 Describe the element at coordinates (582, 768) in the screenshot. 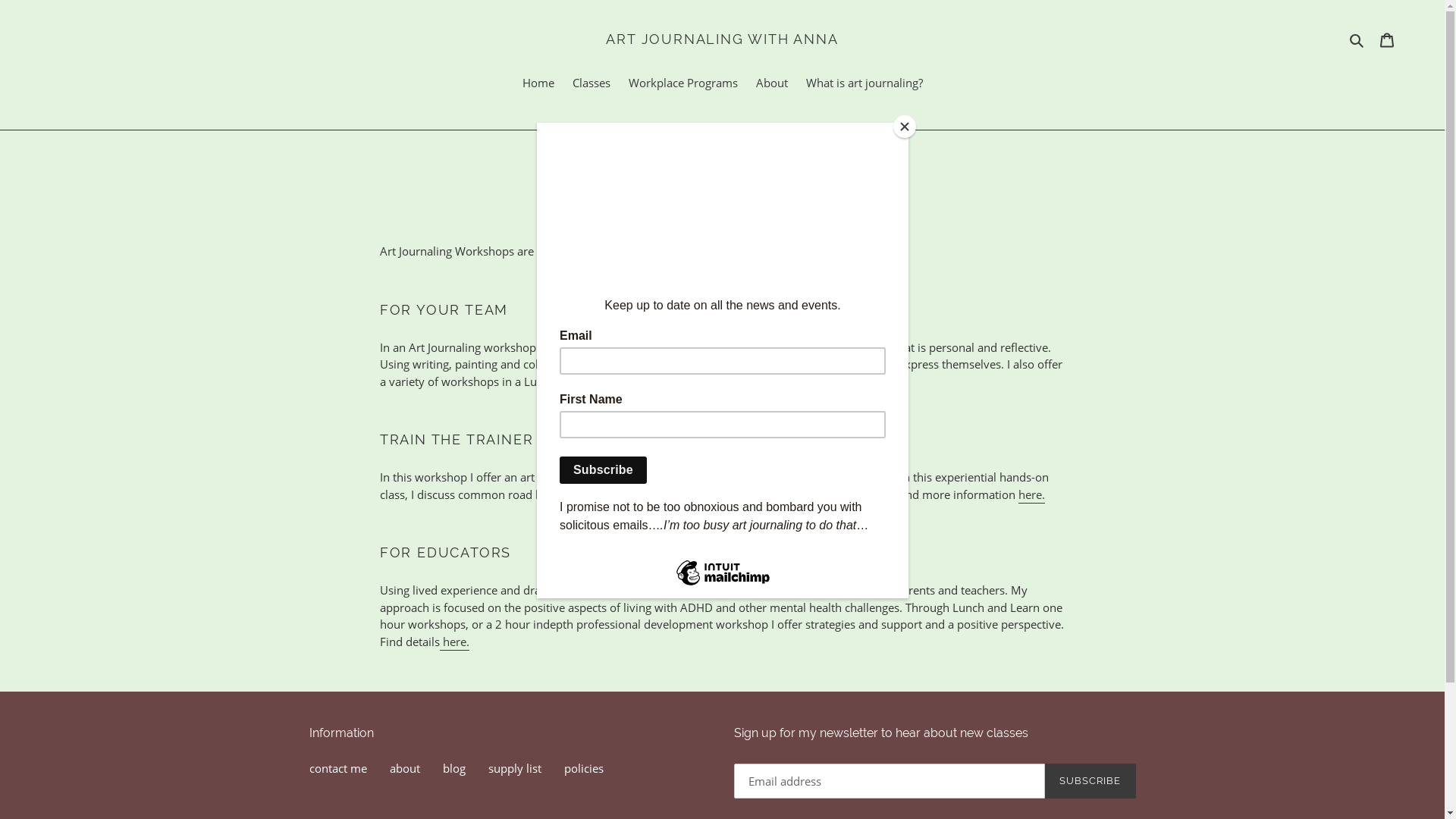

I see `'policies'` at that location.